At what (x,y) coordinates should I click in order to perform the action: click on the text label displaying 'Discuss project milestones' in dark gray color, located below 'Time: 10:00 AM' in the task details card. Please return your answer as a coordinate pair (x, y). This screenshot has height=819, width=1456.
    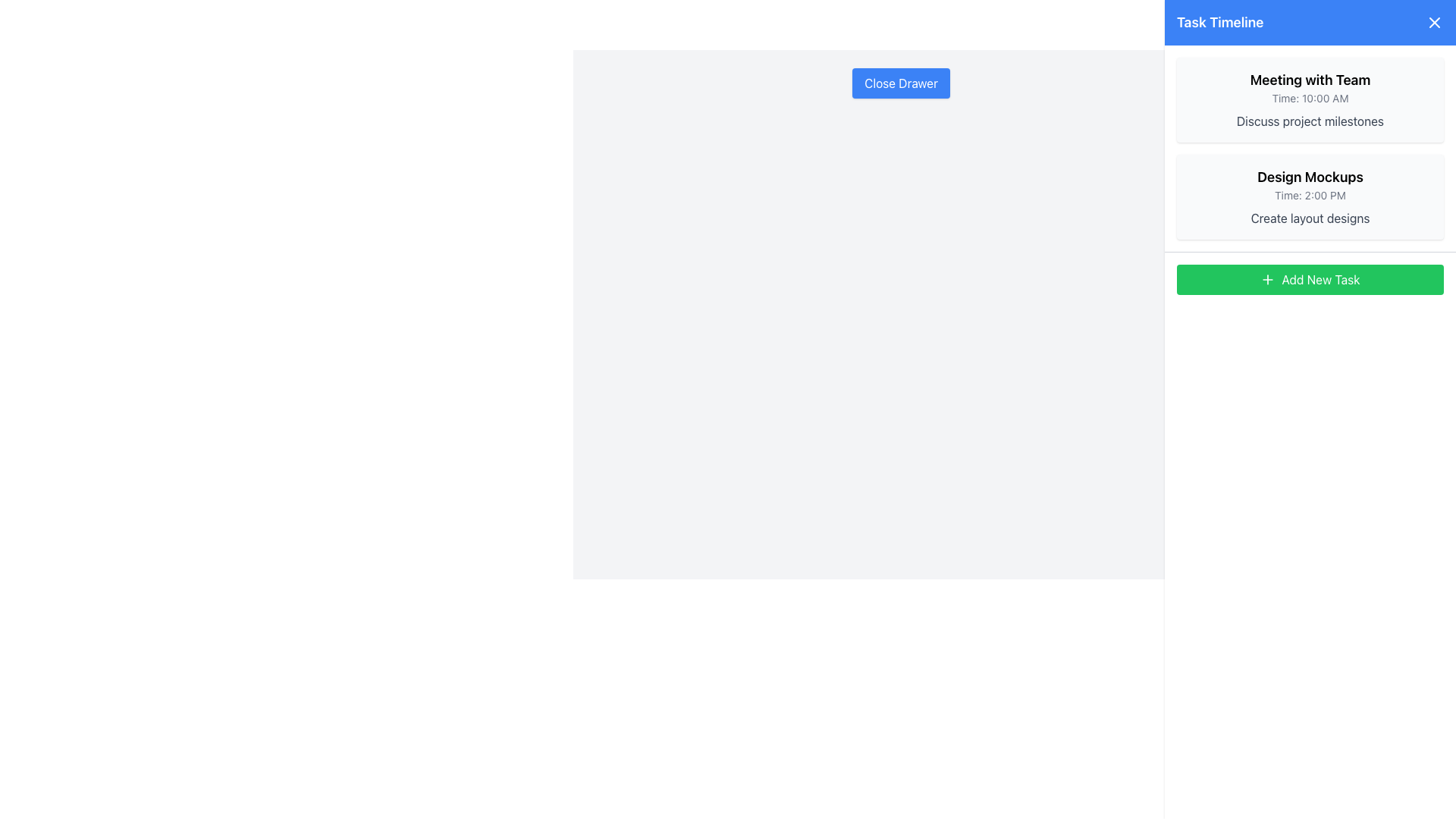
    Looking at the image, I should click on (1310, 120).